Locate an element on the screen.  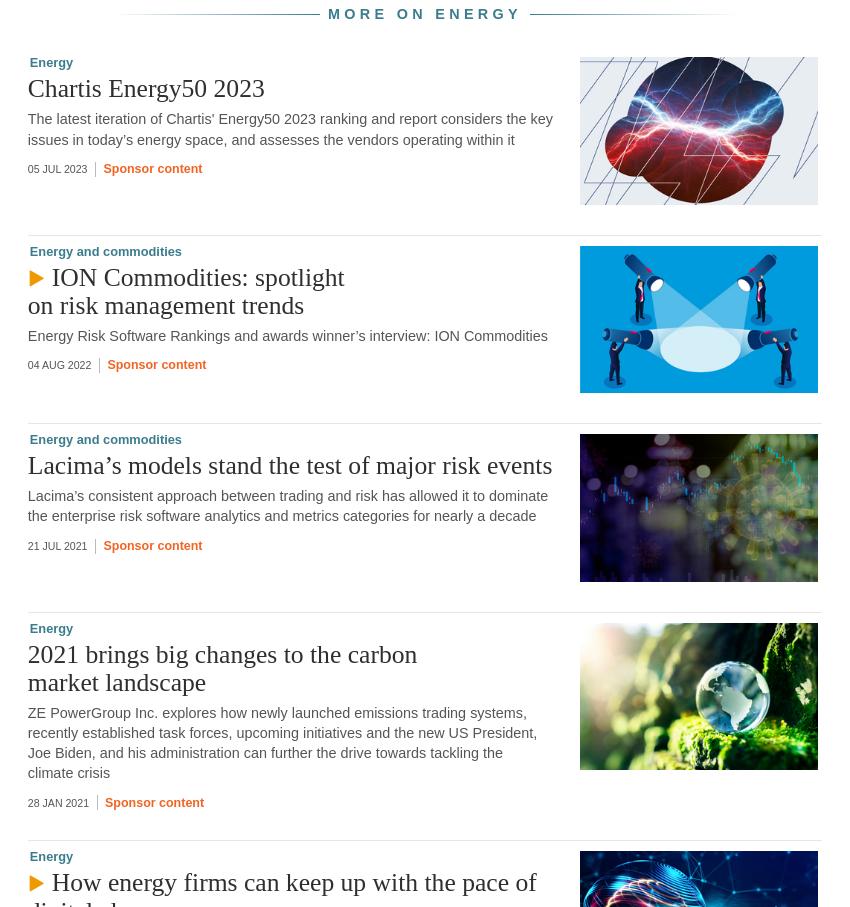
'ZE PowerGroup Inc. explores how newly launched emissions trading systems, recently established task forces, upcoming initiatives and the new US President, Joe Biden, and his administration can further the drive towards tackling the climate crisis' is located at coordinates (26, 742).